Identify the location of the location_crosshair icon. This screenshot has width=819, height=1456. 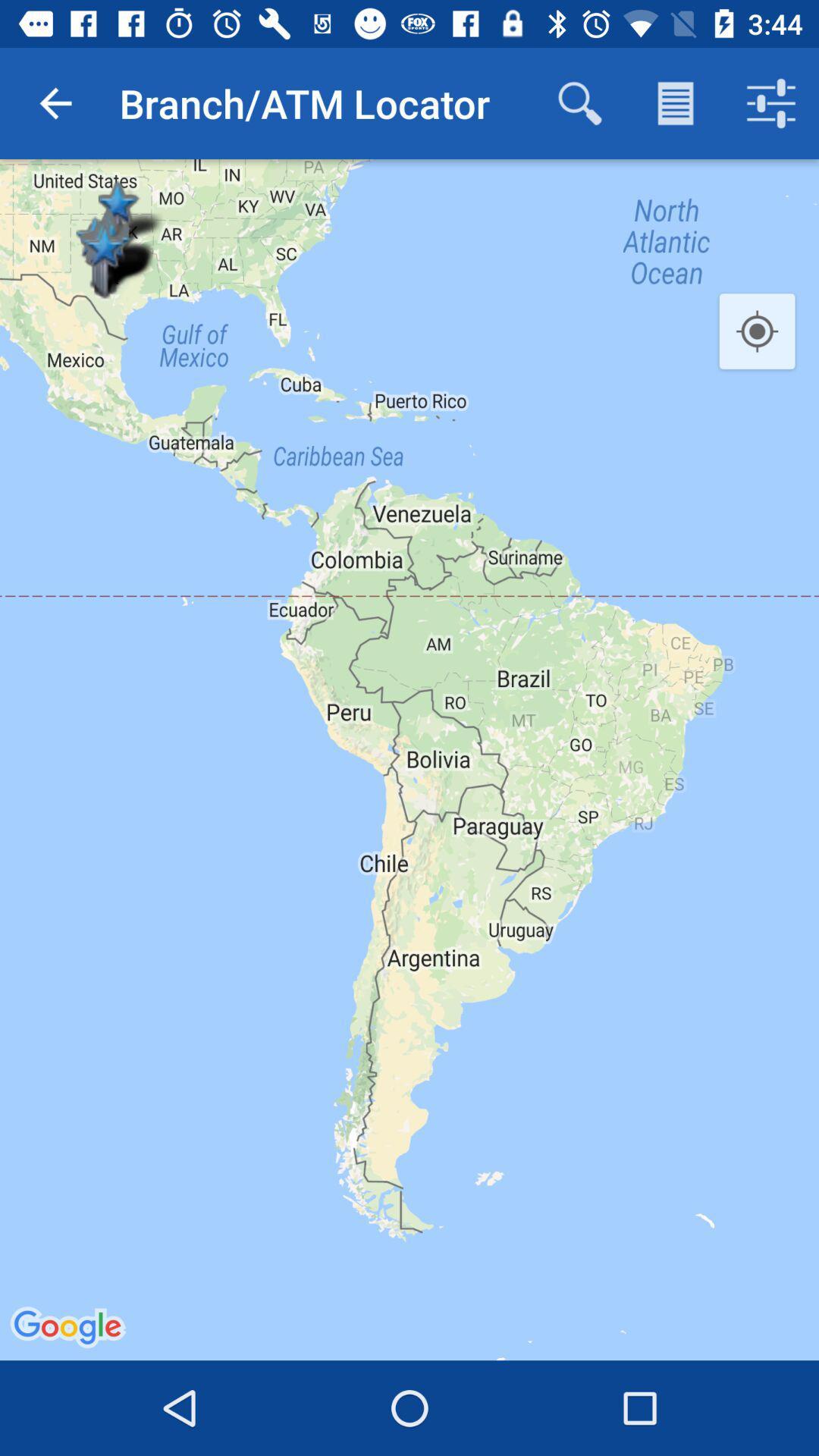
(757, 331).